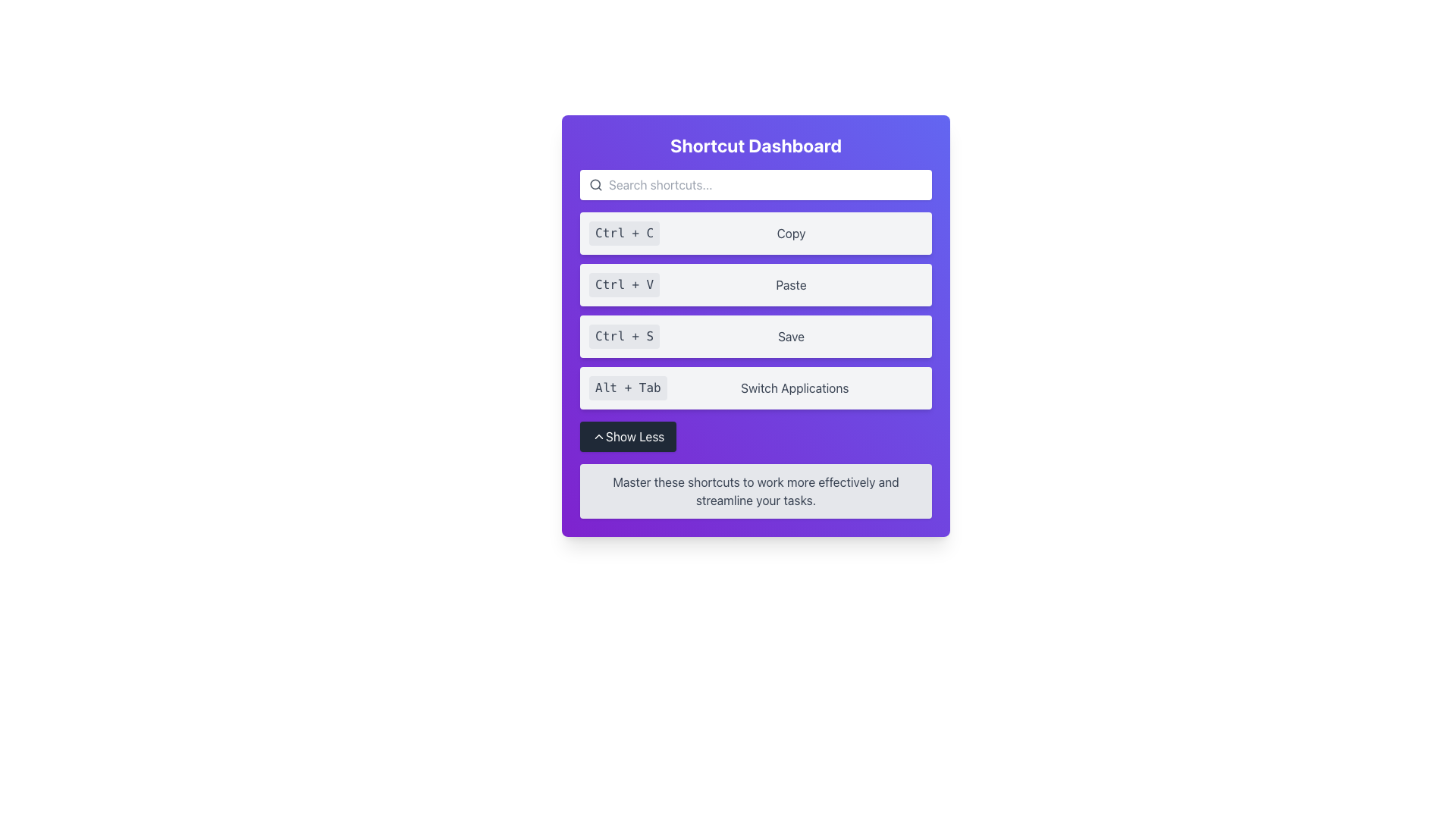 The height and width of the screenshot is (819, 1456). I want to click on the informational display that illustrates the 'Ctrl + V' shortcut for the 'Paste' action, located in the 'Shortcut Dashboard' below 'Ctrl + C Copy' and above 'Ctrl + S Save', so click(756, 284).